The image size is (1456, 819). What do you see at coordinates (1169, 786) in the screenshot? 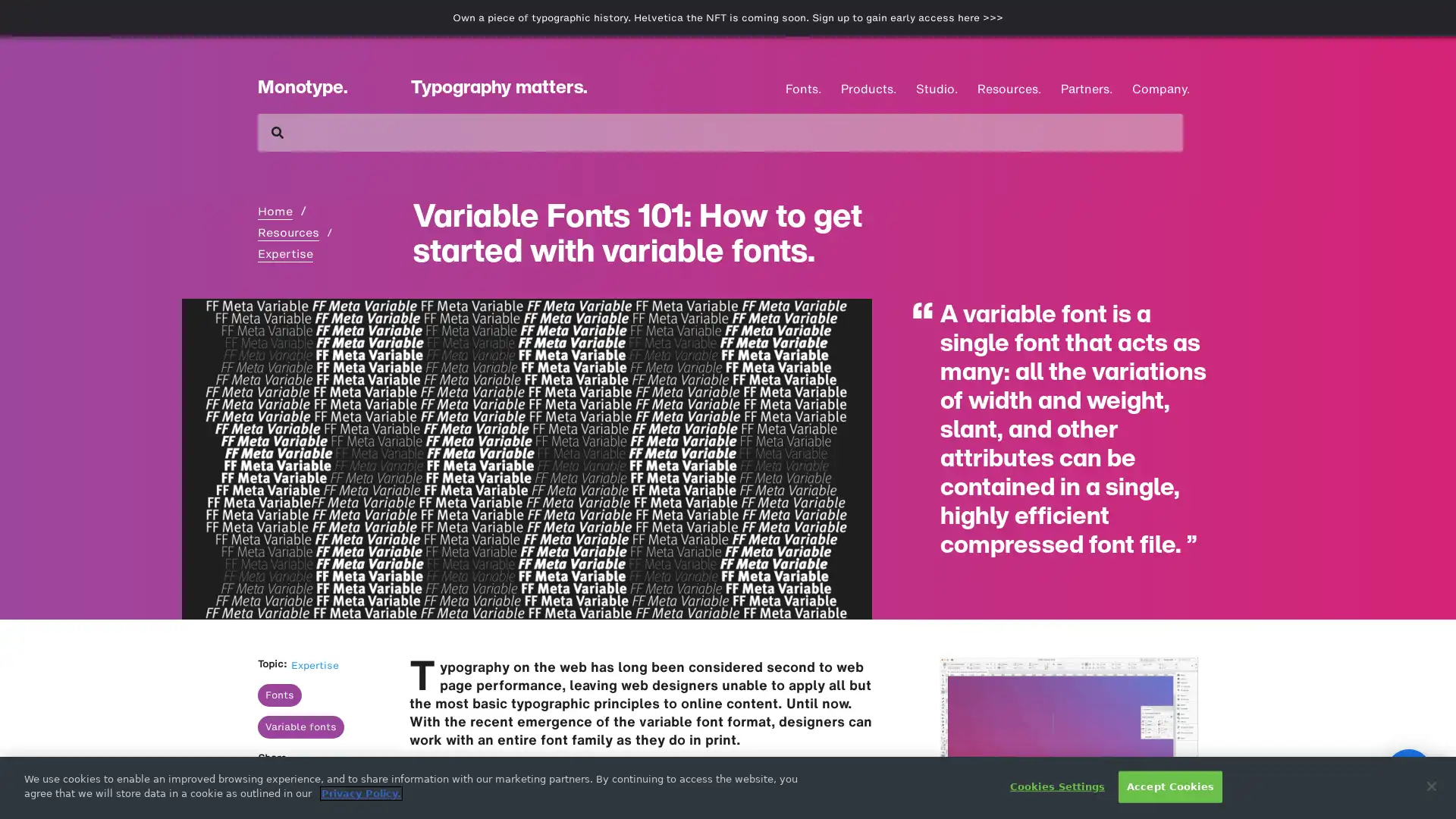
I see `Accept Cookies` at bounding box center [1169, 786].